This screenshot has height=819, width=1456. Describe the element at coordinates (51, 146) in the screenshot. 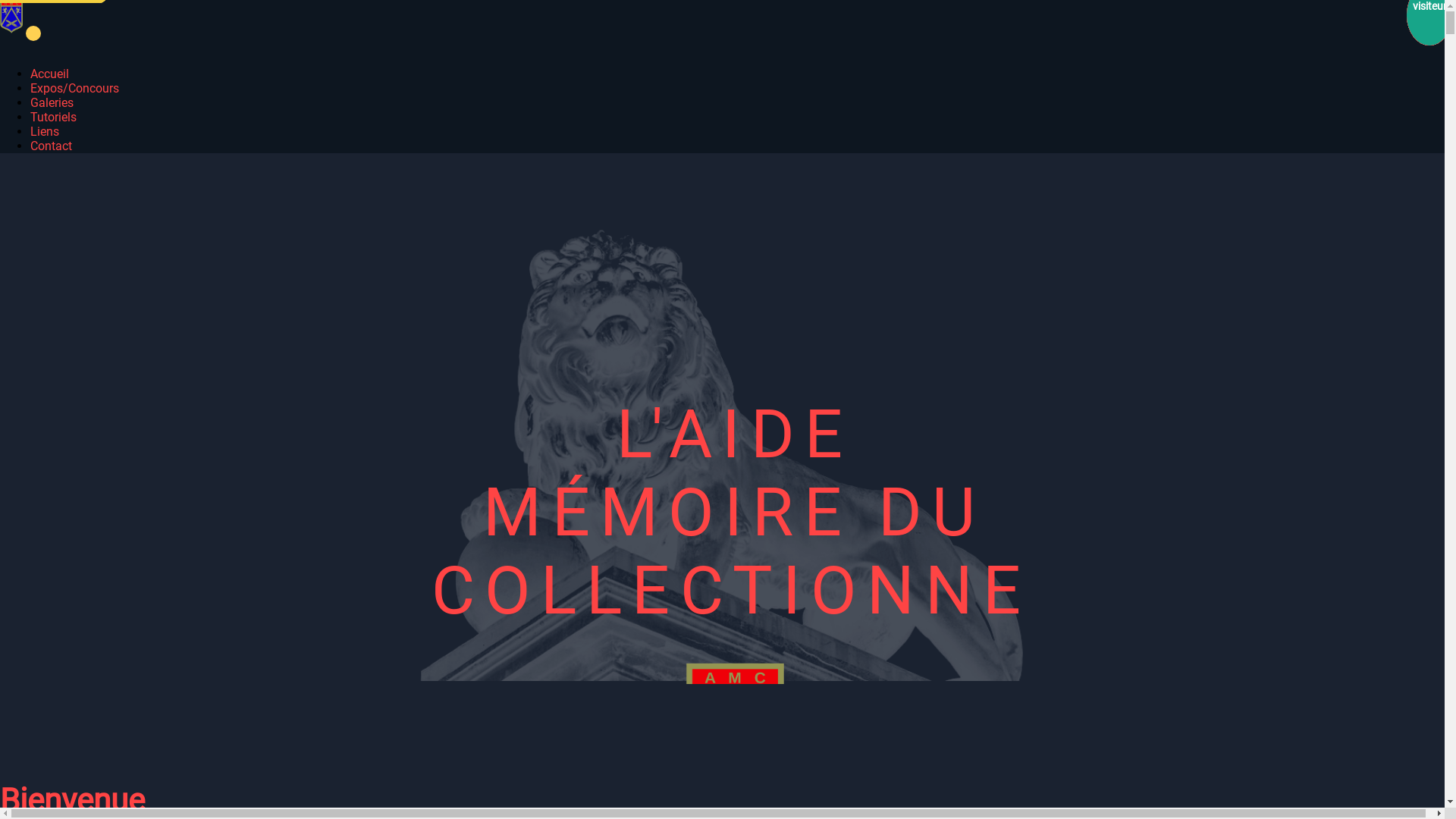

I see `'Contact'` at that location.